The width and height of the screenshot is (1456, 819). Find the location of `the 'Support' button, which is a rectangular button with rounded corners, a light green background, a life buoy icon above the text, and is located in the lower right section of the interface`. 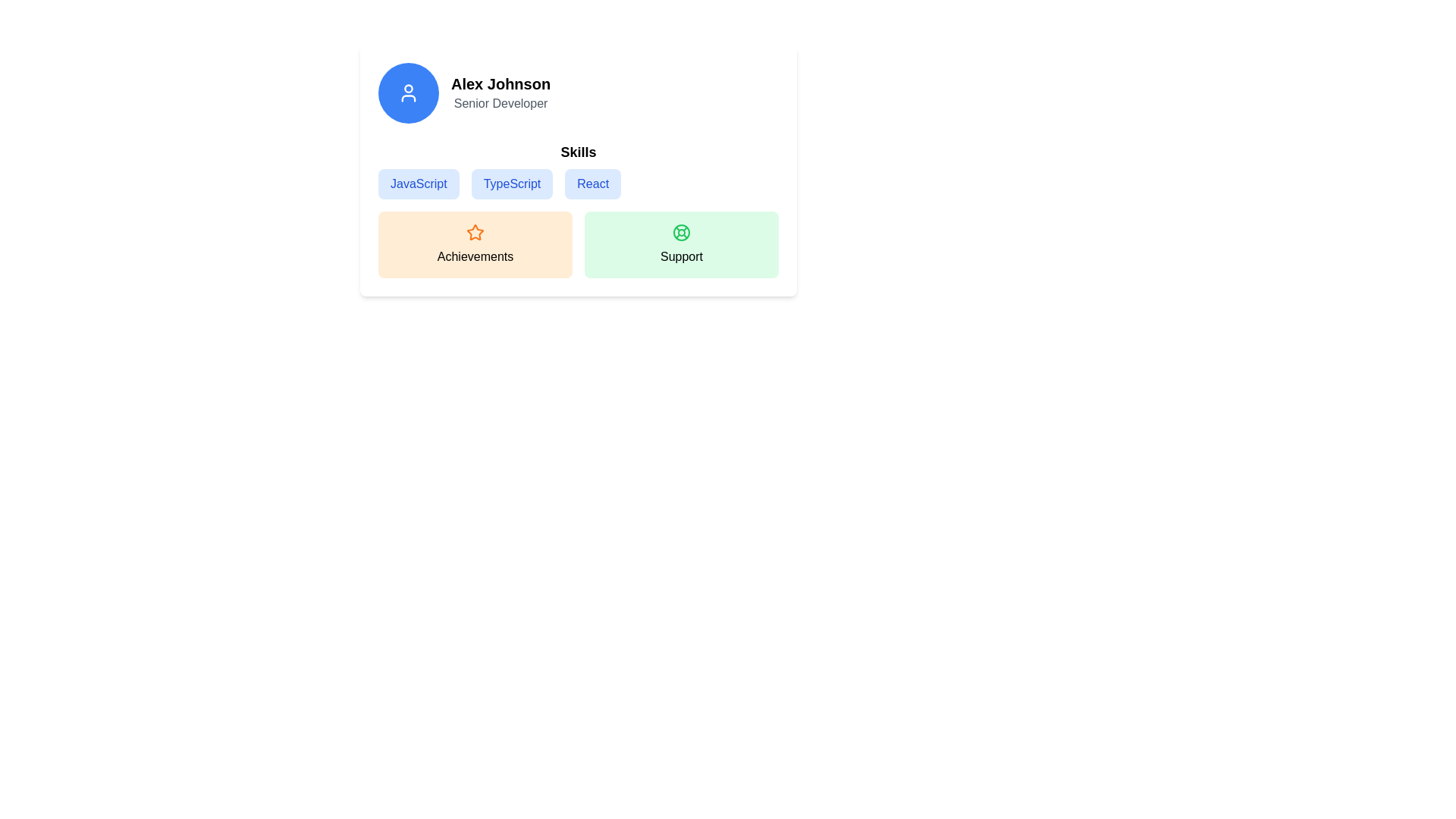

the 'Support' button, which is a rectangular button with rounded corners, a light green background, a life buoy icon above the text, and is located in the lower right section of the interface is located at coordinates (680, 244).